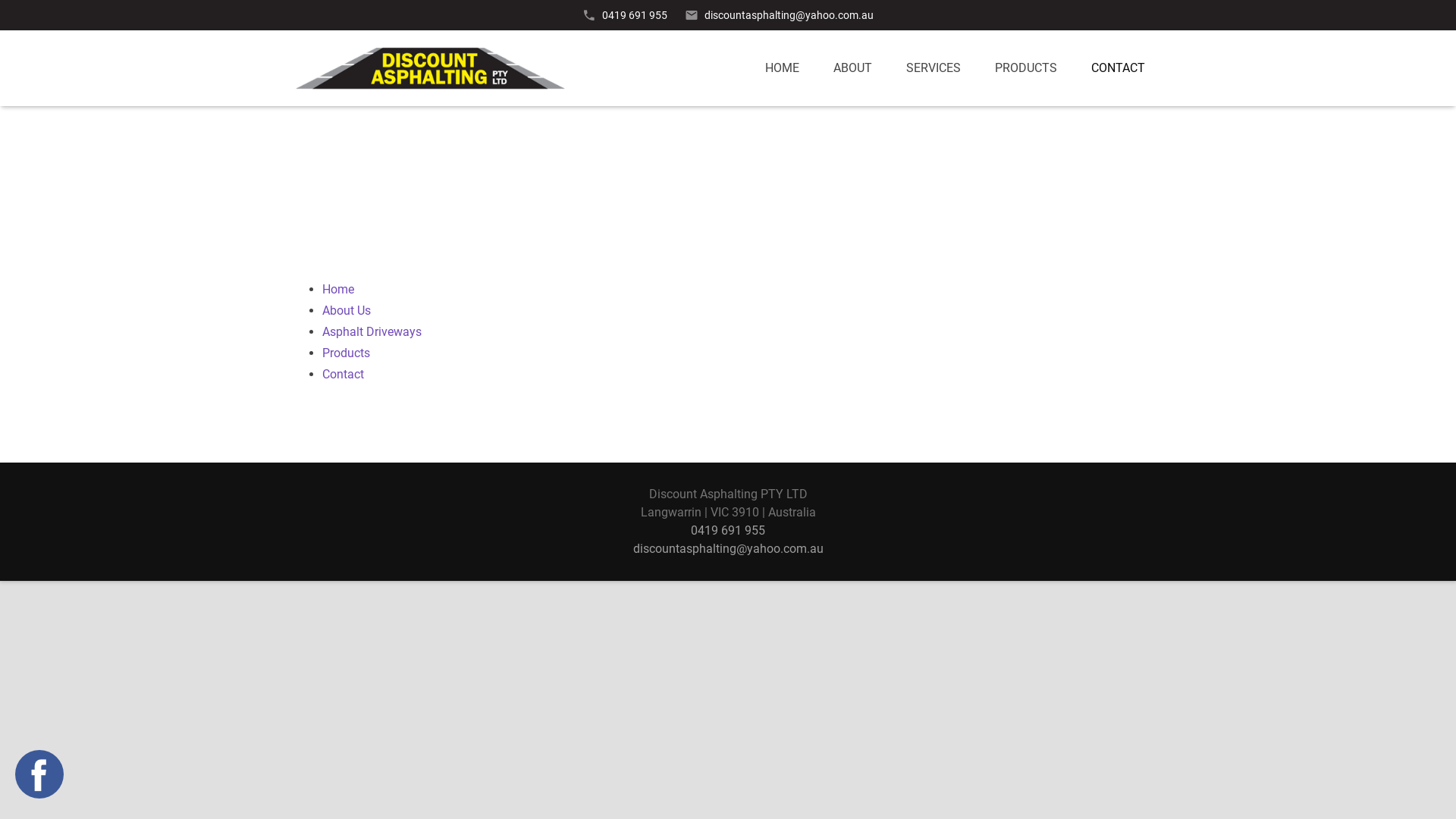 The image size is (1456, 819). What do you see at coordinates (634, 14) in the screenshot?
I see `'0419 691 955'` at bounding box center [634, 14].